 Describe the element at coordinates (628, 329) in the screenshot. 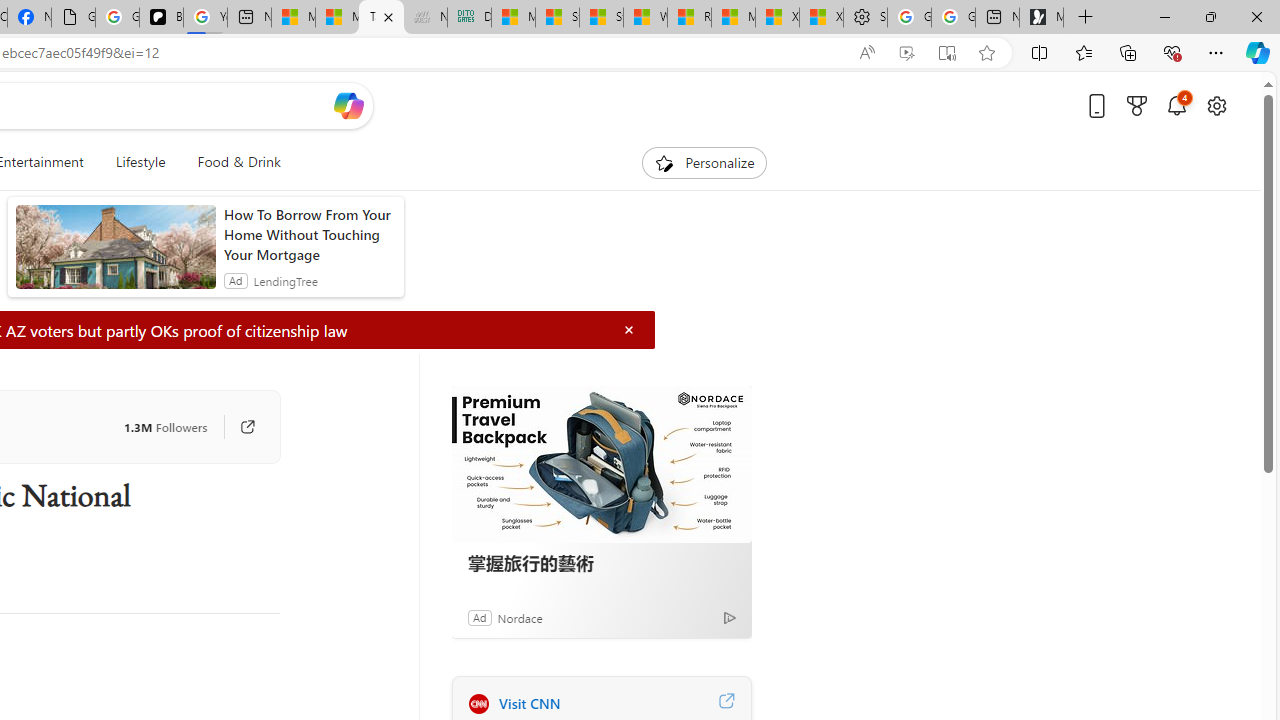

I see `'Hide'` at that location.